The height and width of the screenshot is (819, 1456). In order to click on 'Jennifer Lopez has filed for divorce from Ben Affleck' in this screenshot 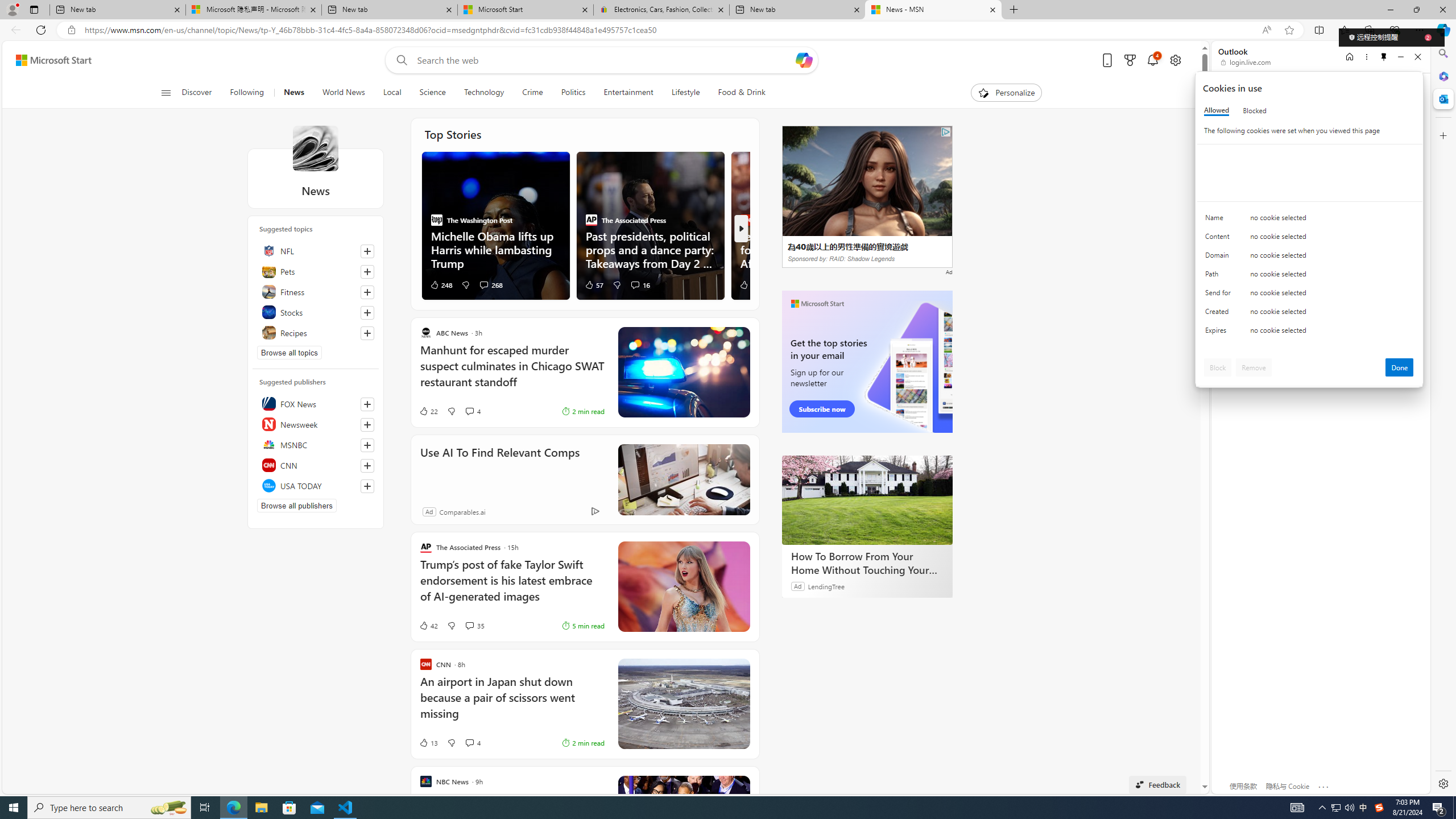, I will do `click(804, 249)`.